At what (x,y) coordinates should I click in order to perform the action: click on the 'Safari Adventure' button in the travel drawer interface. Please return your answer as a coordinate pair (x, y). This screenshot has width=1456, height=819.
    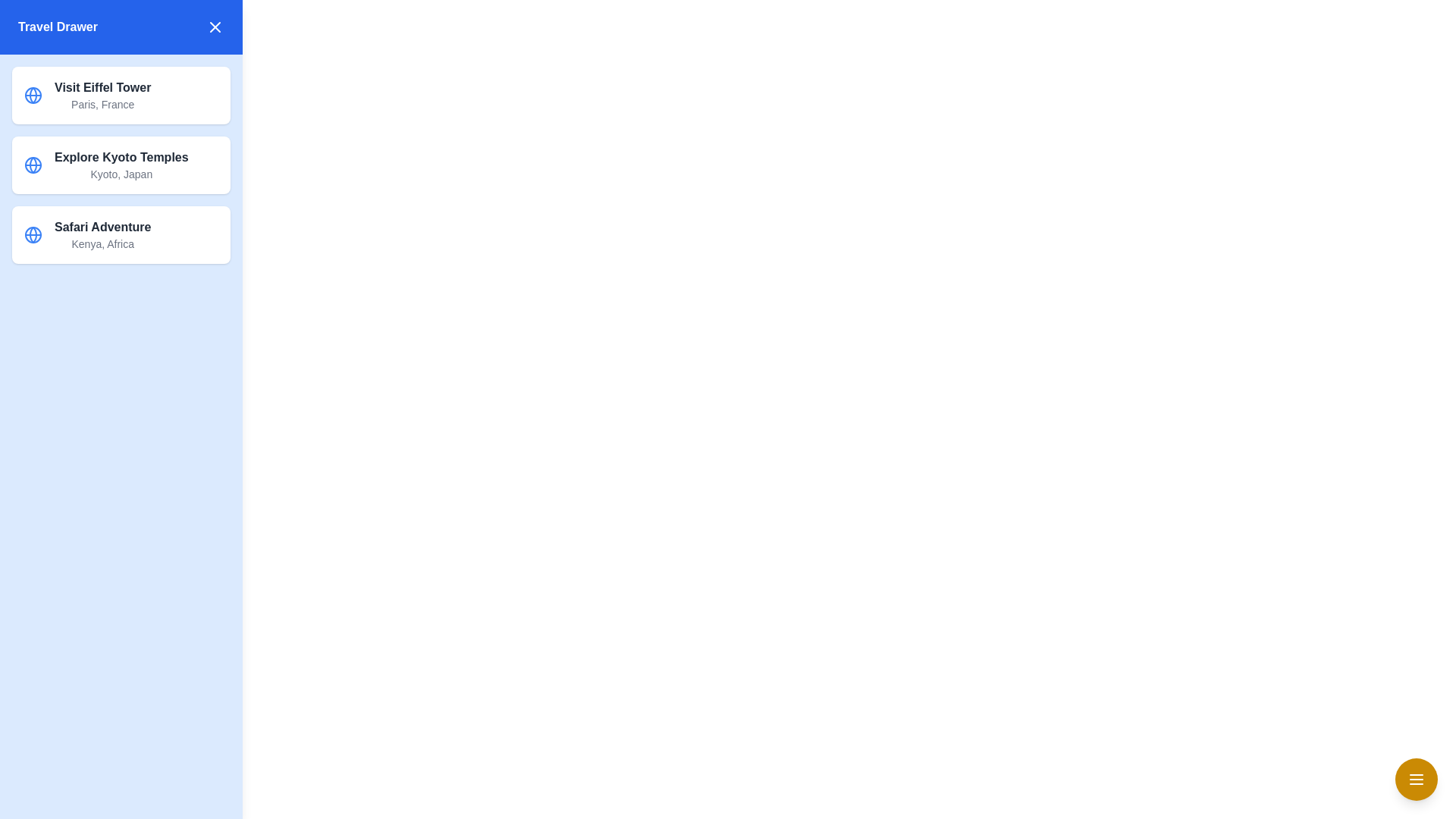
    Looking at the image, I should click on (120, 234).